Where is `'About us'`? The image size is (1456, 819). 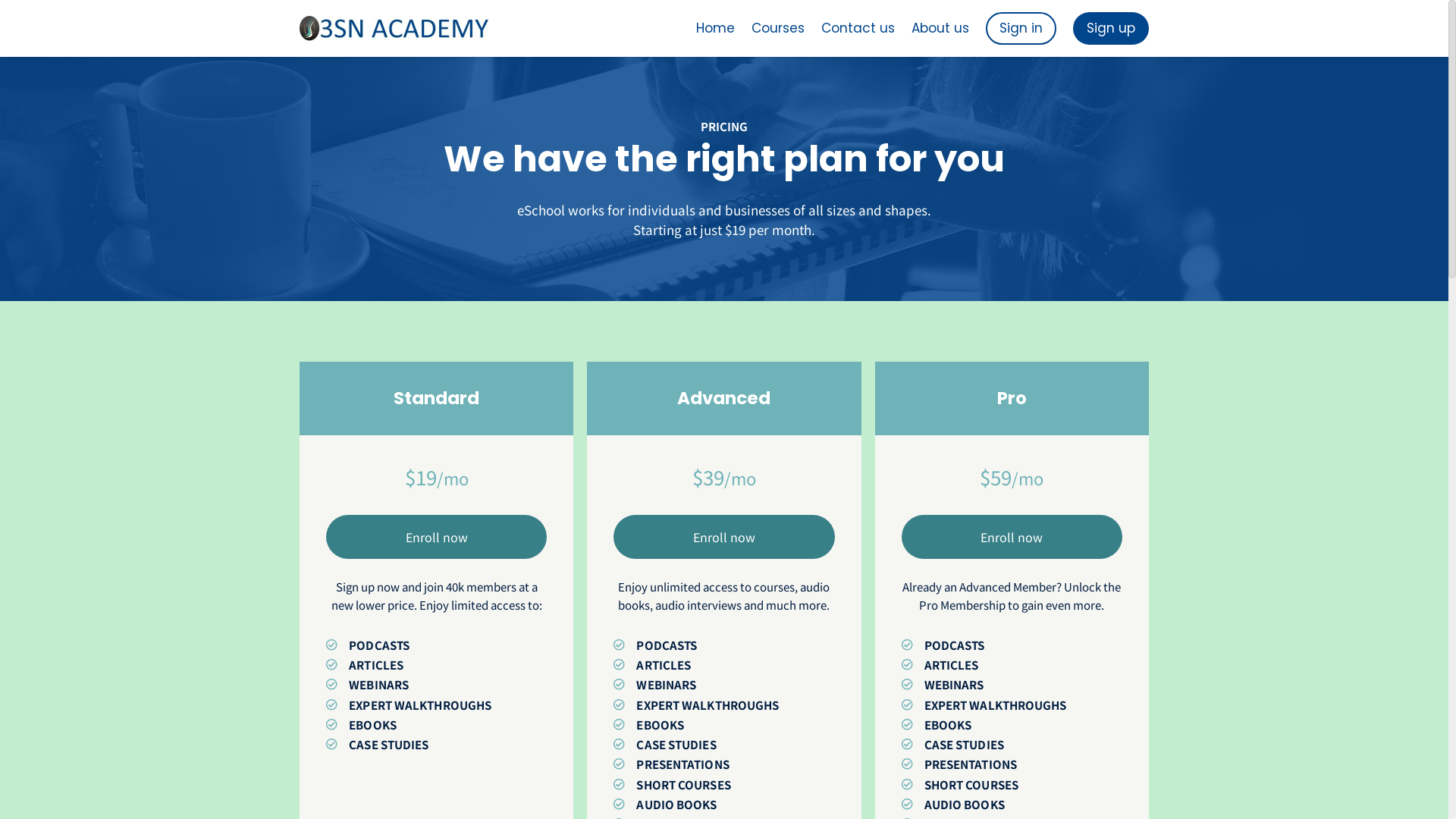 'About us' is located at coordinates (939, 28).